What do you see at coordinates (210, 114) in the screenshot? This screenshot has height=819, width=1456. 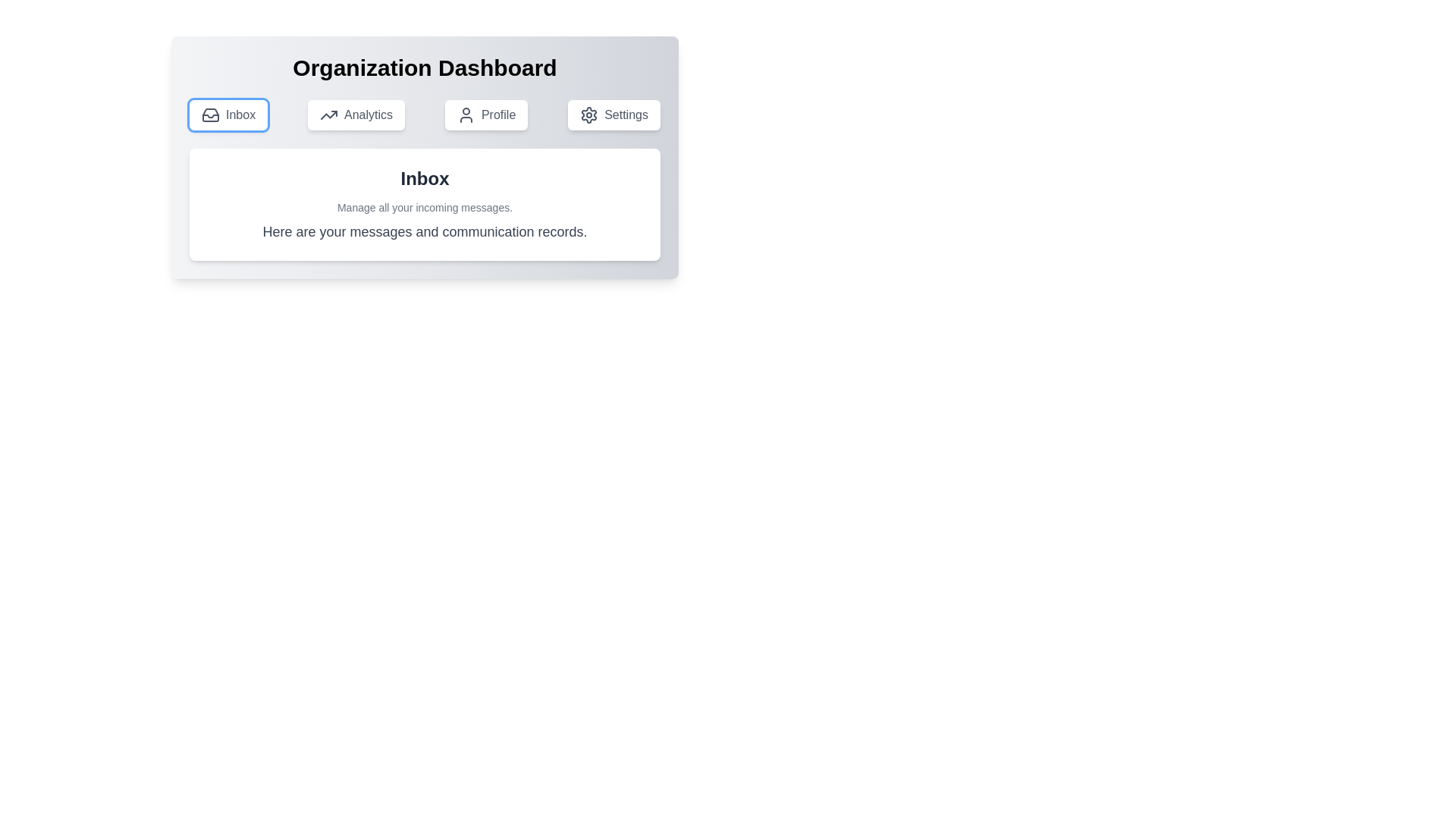 I see `the 'Inbox' graphical icon located in the navigation bar` at bounding box center [210, 114].